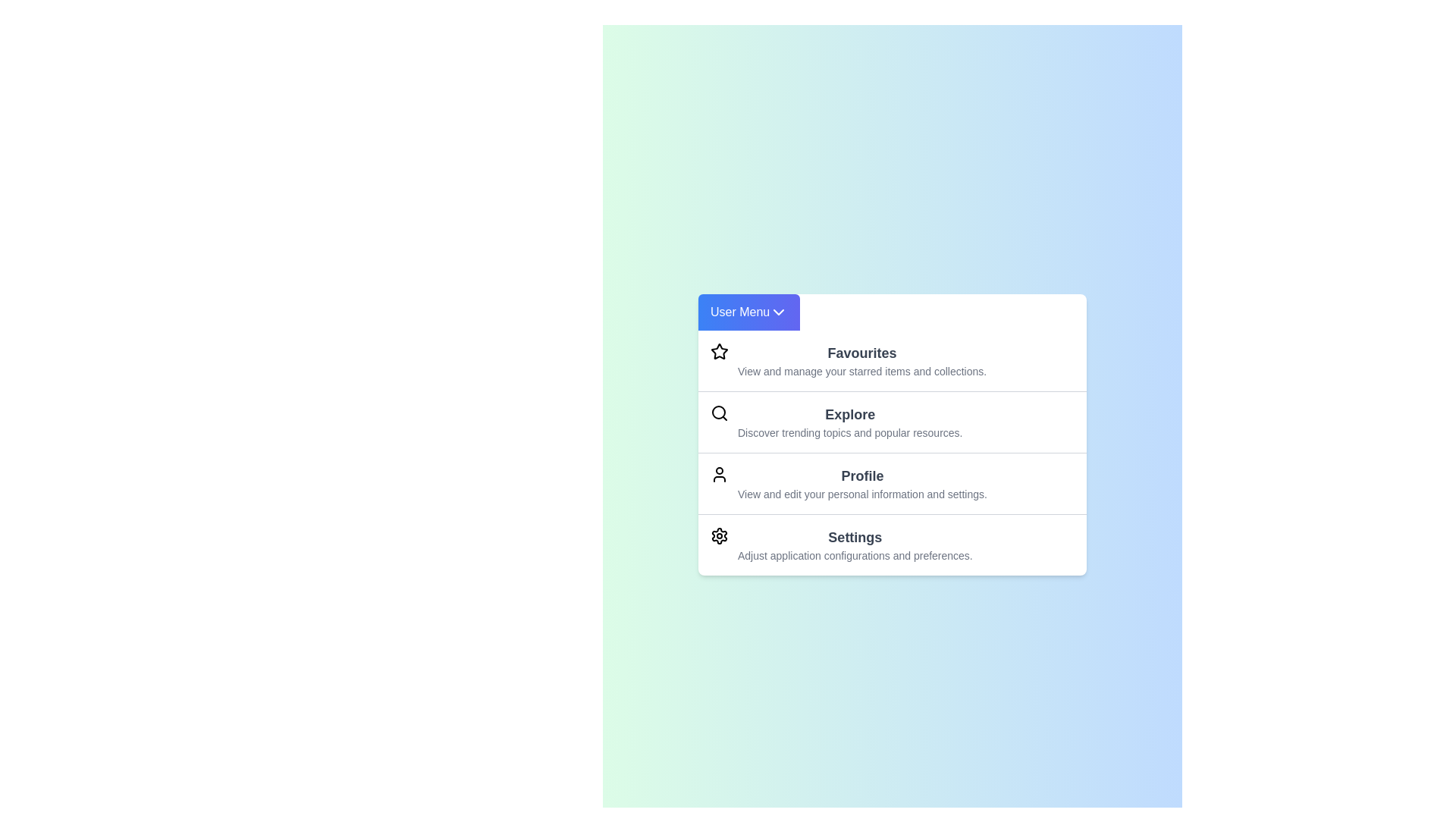 This screenshot has width=1456, height=819. Describe the element at coordinates (892, 360) in the screenshot. I see `the 'Favourites' section in the menu` at that location.